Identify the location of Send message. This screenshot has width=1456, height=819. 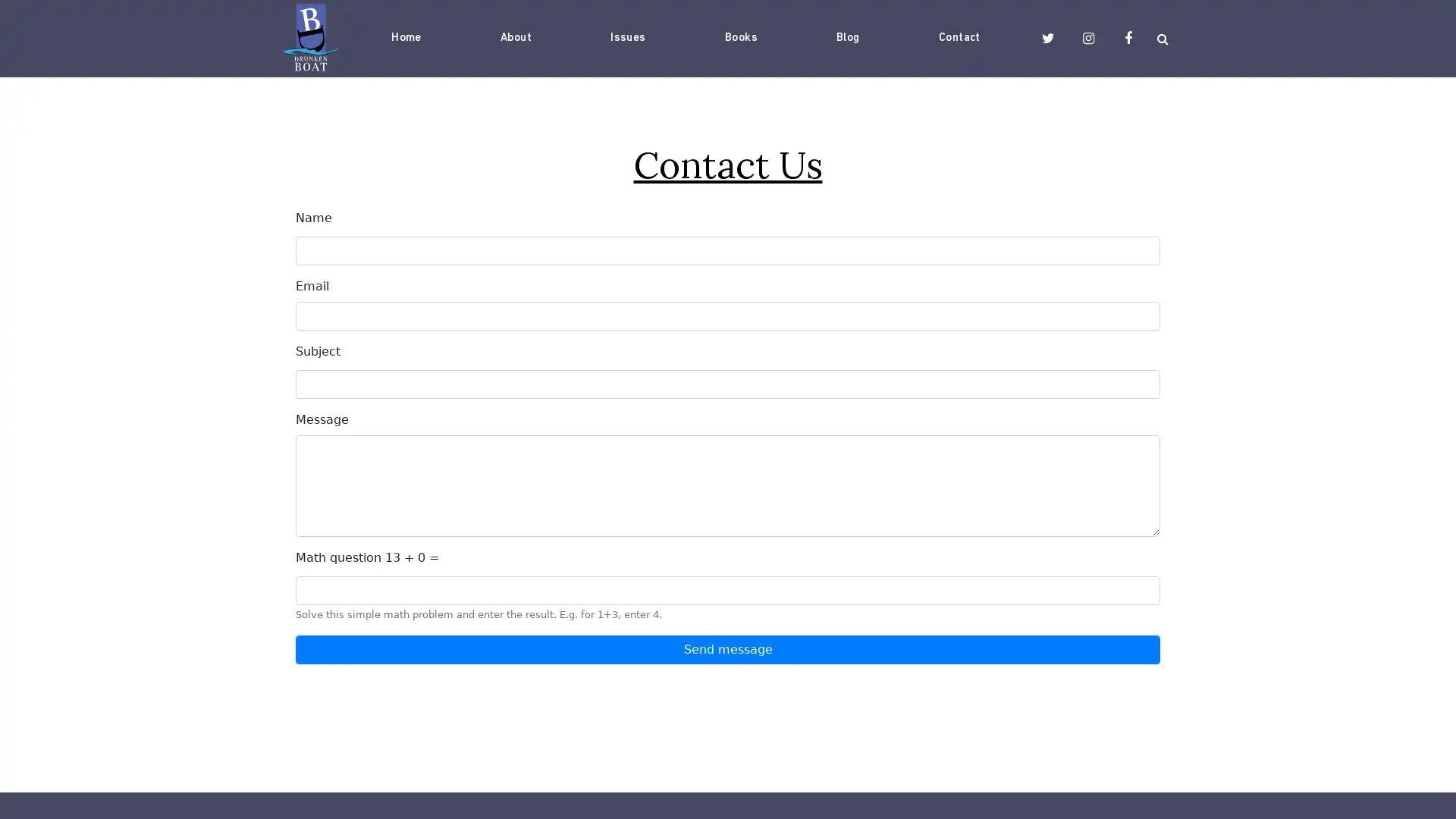
(728, 648).